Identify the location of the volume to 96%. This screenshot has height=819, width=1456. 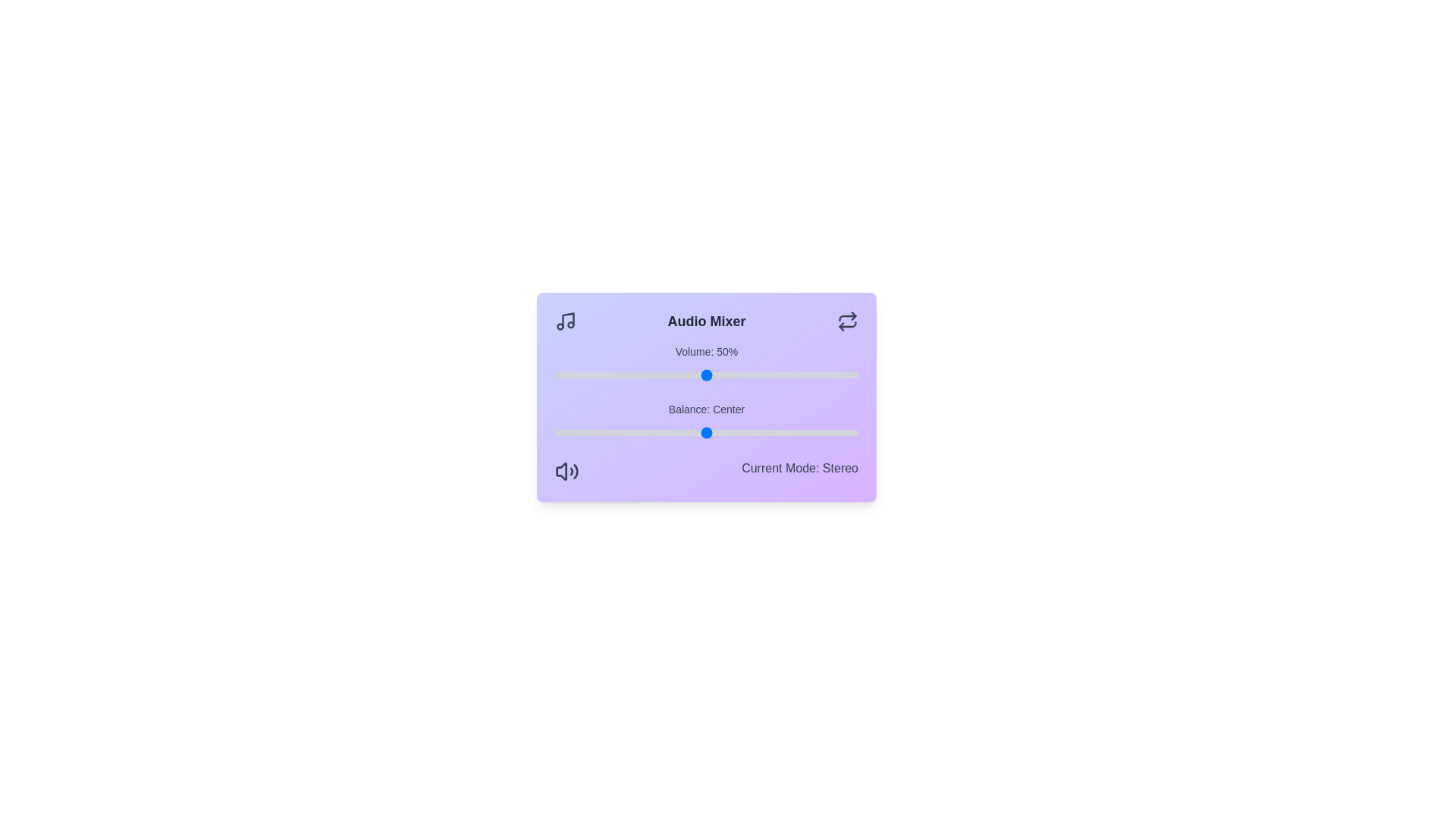
(846, 375).